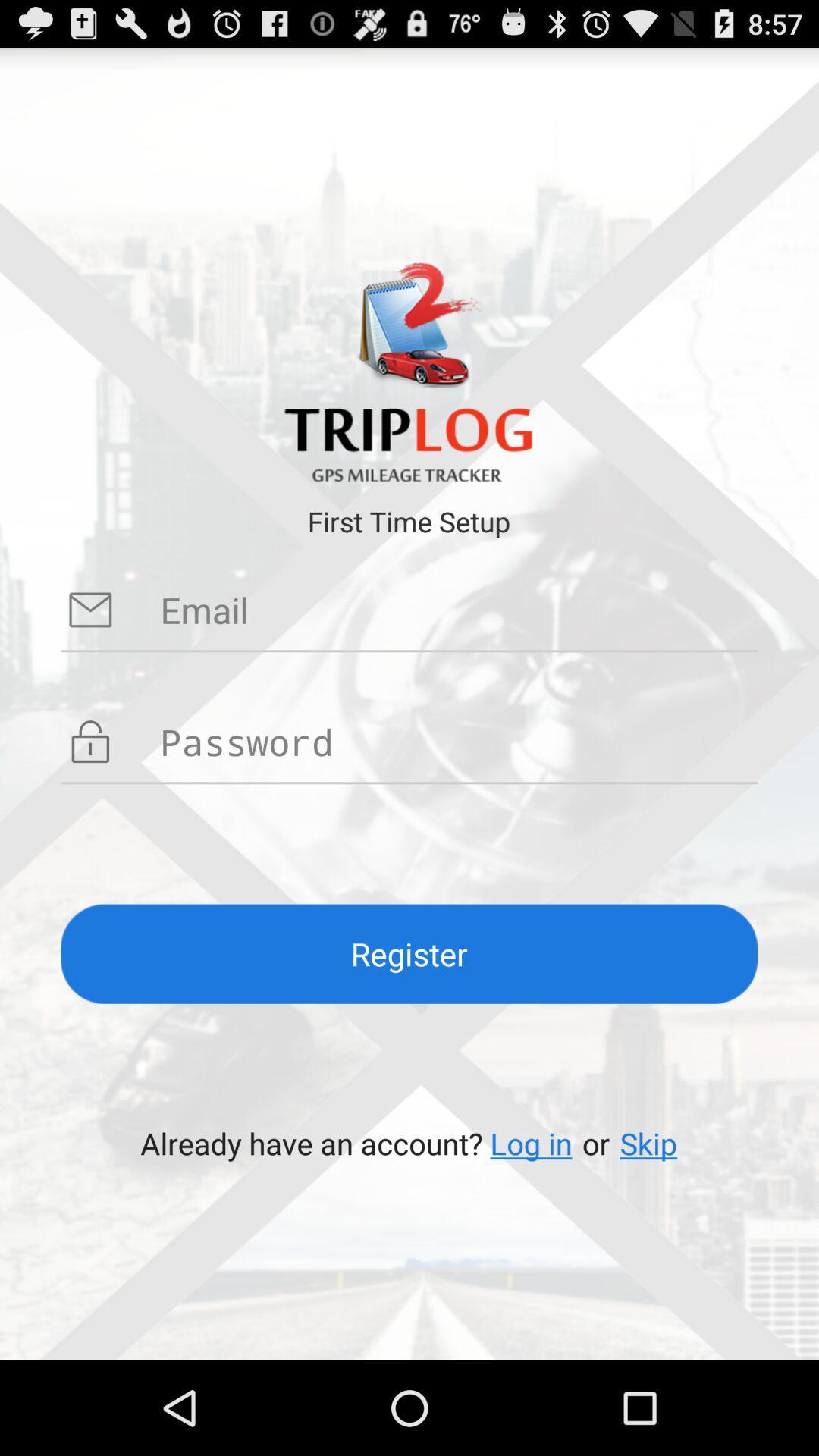  What do you see at coordinates (408, 953) in the screenshot?
I see `the register` at bounding box center [408, 953].